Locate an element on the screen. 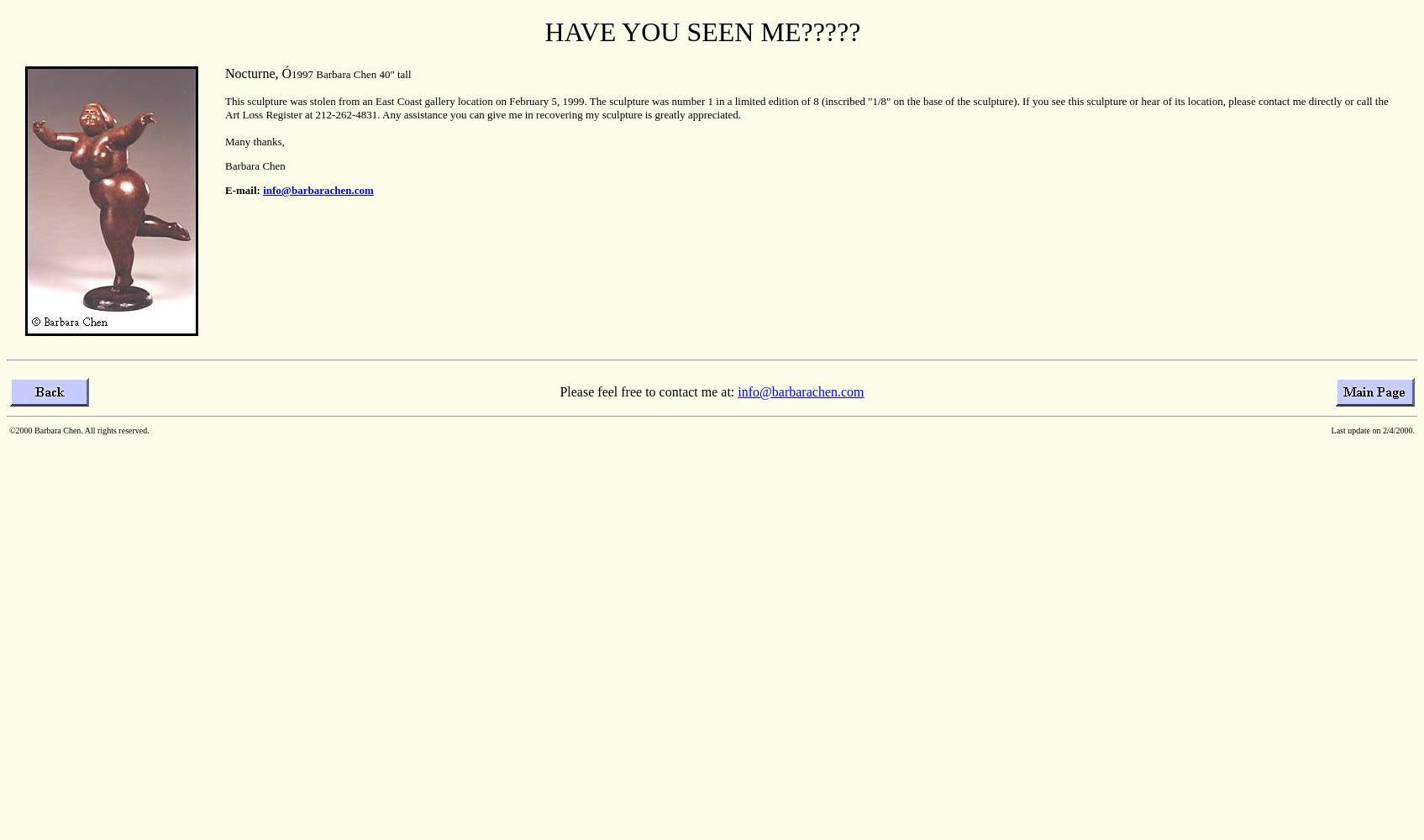  'HAVE YOU SEEN ME?????' is located at coordinates (701, 32).